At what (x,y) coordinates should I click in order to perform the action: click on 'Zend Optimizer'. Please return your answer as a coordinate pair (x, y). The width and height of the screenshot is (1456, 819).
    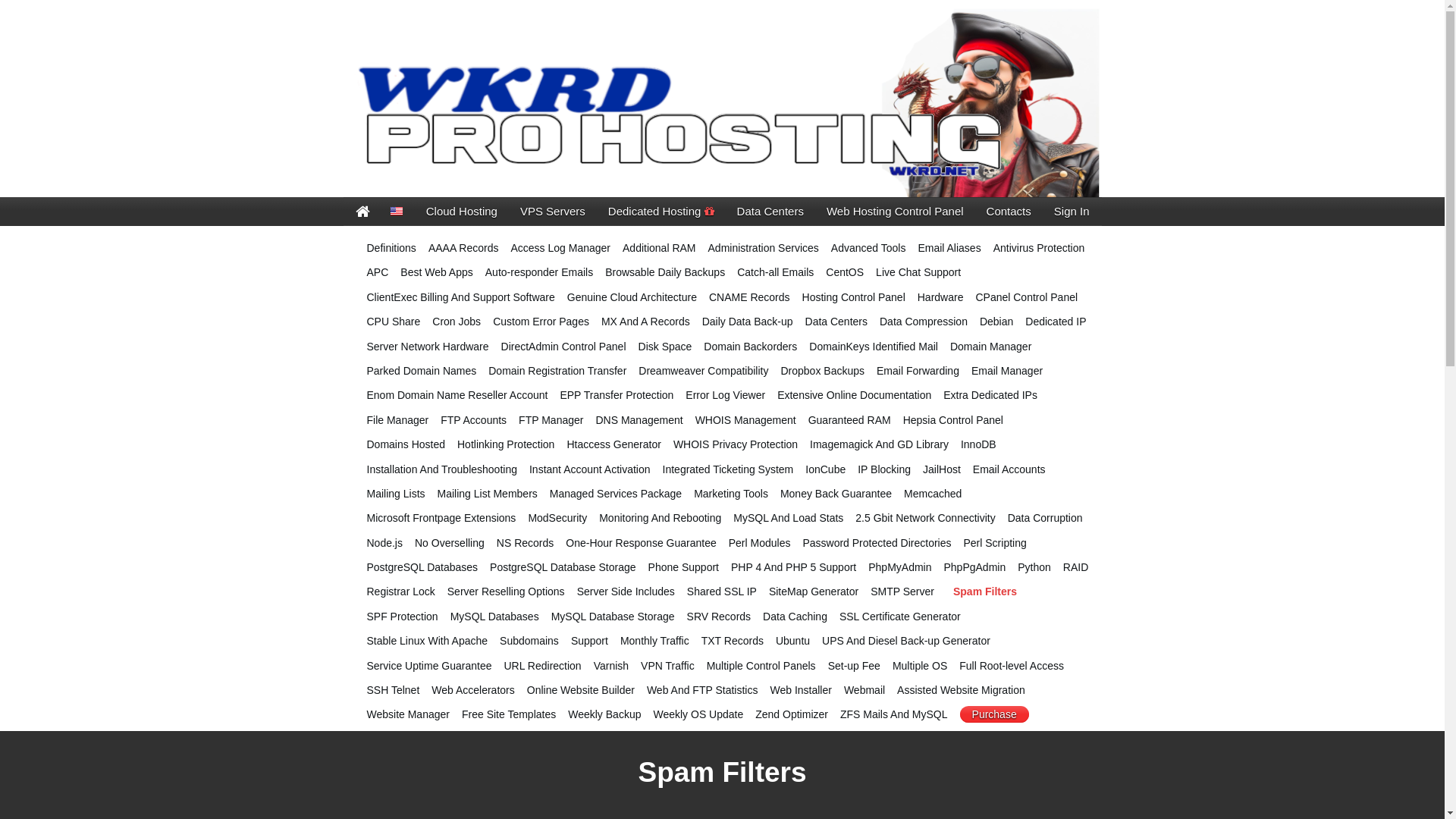
    Looking at the image, I should click on (790, 714).